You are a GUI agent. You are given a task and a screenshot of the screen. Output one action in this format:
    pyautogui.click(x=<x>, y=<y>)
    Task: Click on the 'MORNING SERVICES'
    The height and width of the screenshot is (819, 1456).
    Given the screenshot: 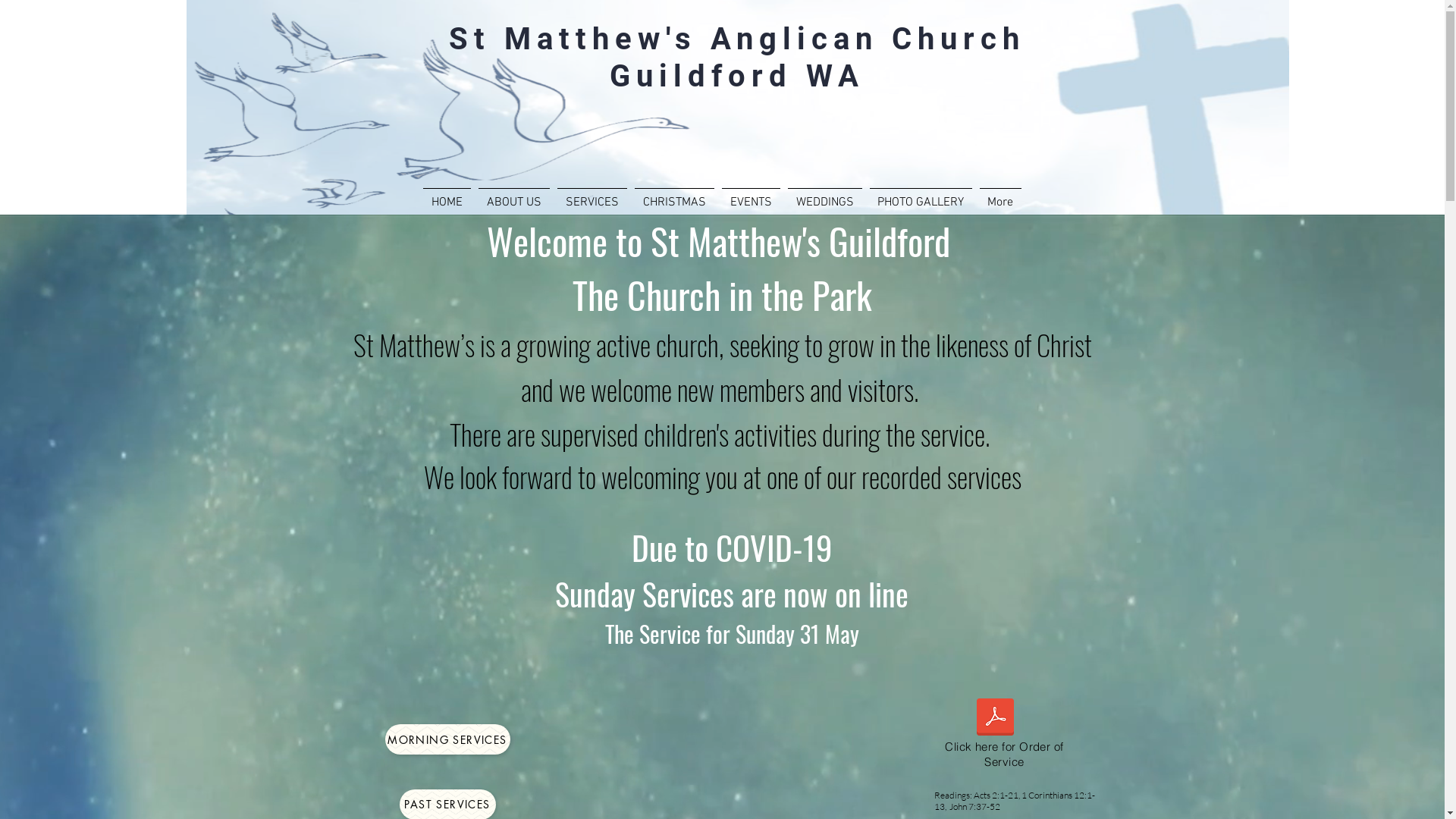 What is the action you would take?
    pyautogui.click(x=385, y=739)
    